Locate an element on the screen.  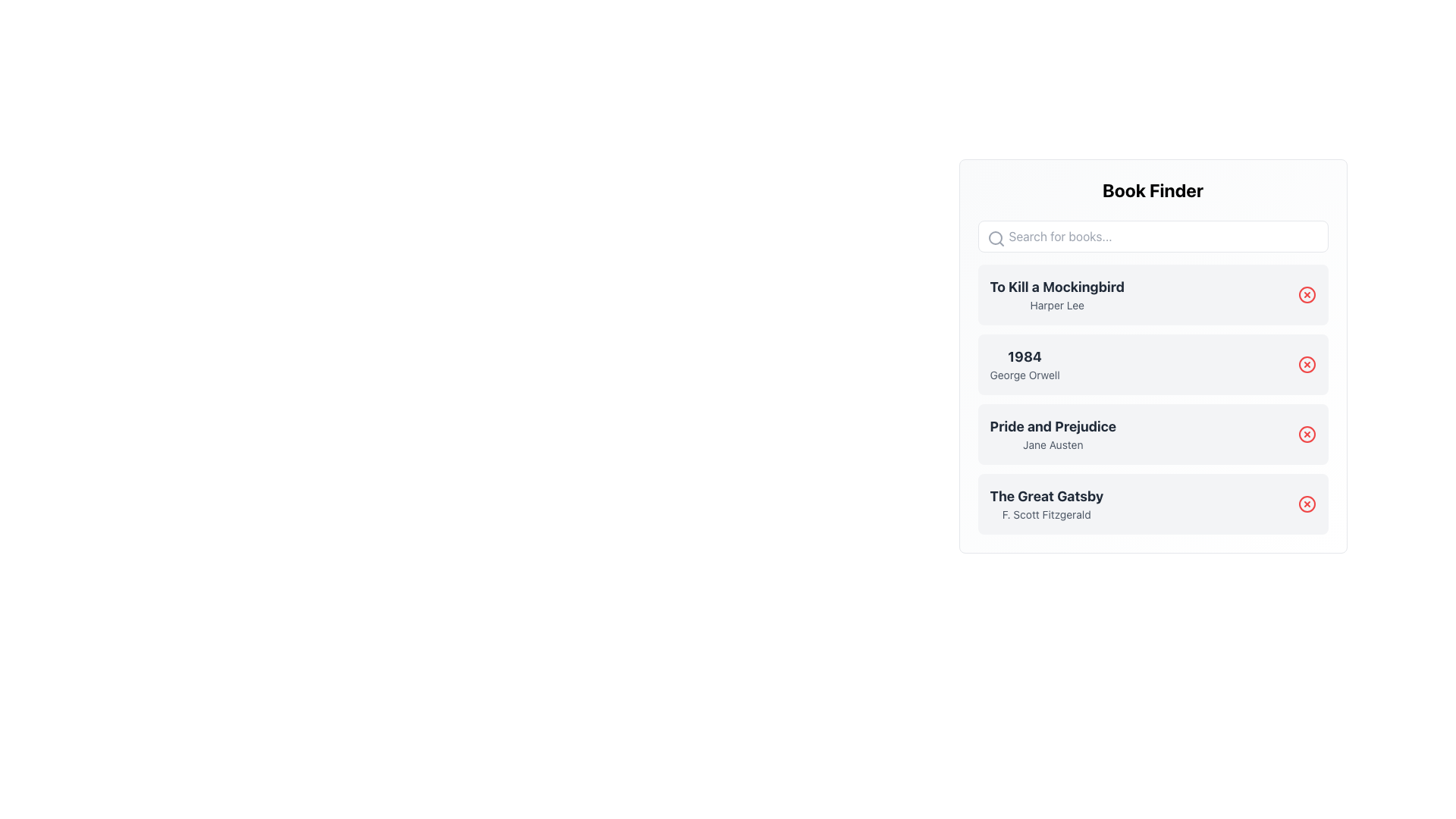
information displayed for the text element identifying 'Pride and Prejudice' by 'Jane Austen' in the book selection interface, located in the third entry of the vertical list is located at coordinates (1052, 435).